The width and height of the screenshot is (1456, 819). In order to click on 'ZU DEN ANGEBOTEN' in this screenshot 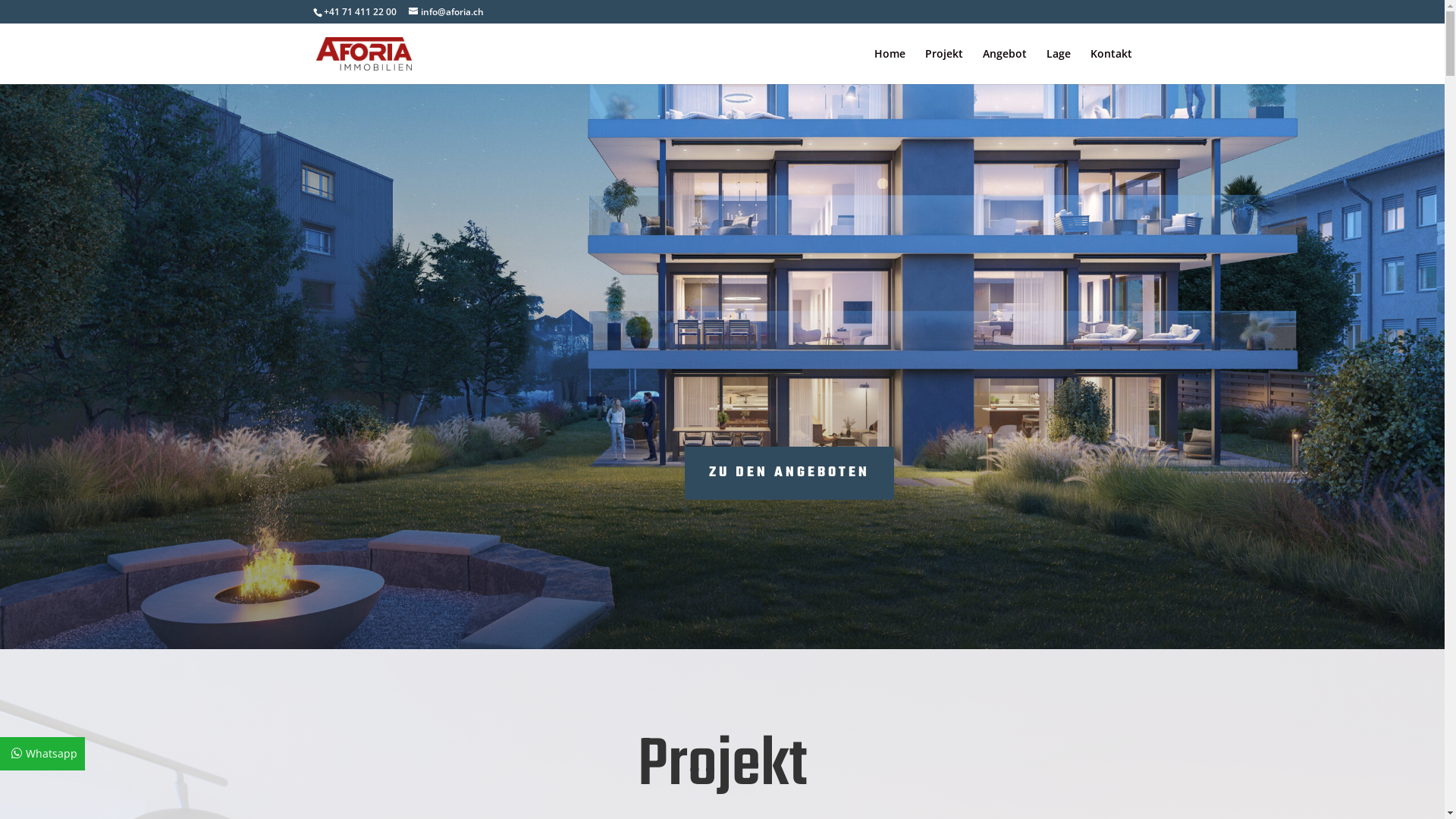, I will do `click(789, 472)`.